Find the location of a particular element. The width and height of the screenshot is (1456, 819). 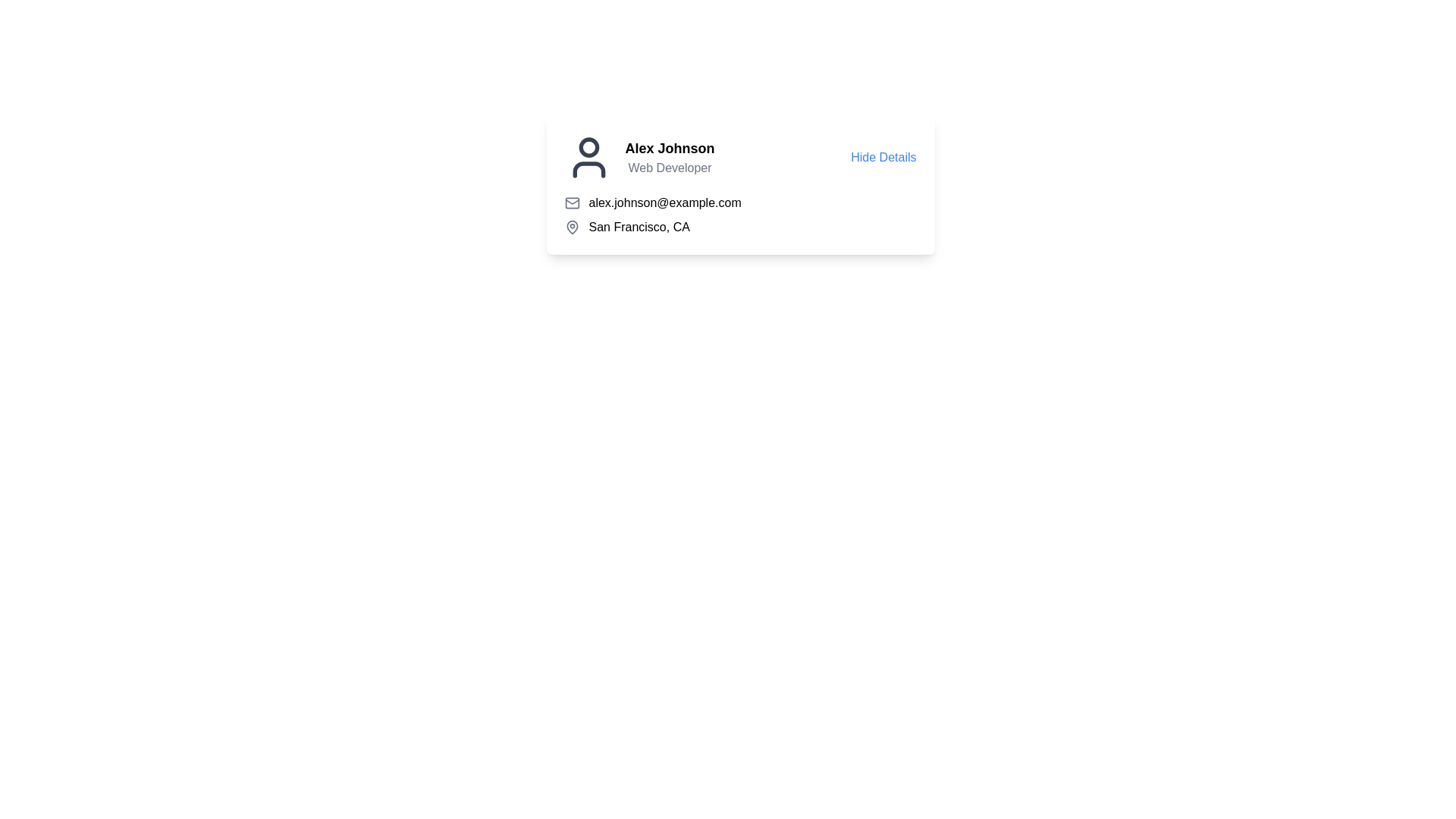

the user profile icon SVG graphic, which is dark gray and positioned to the left of 'Alex Johnson Web Developer.' is located at coordinates (588, 158).